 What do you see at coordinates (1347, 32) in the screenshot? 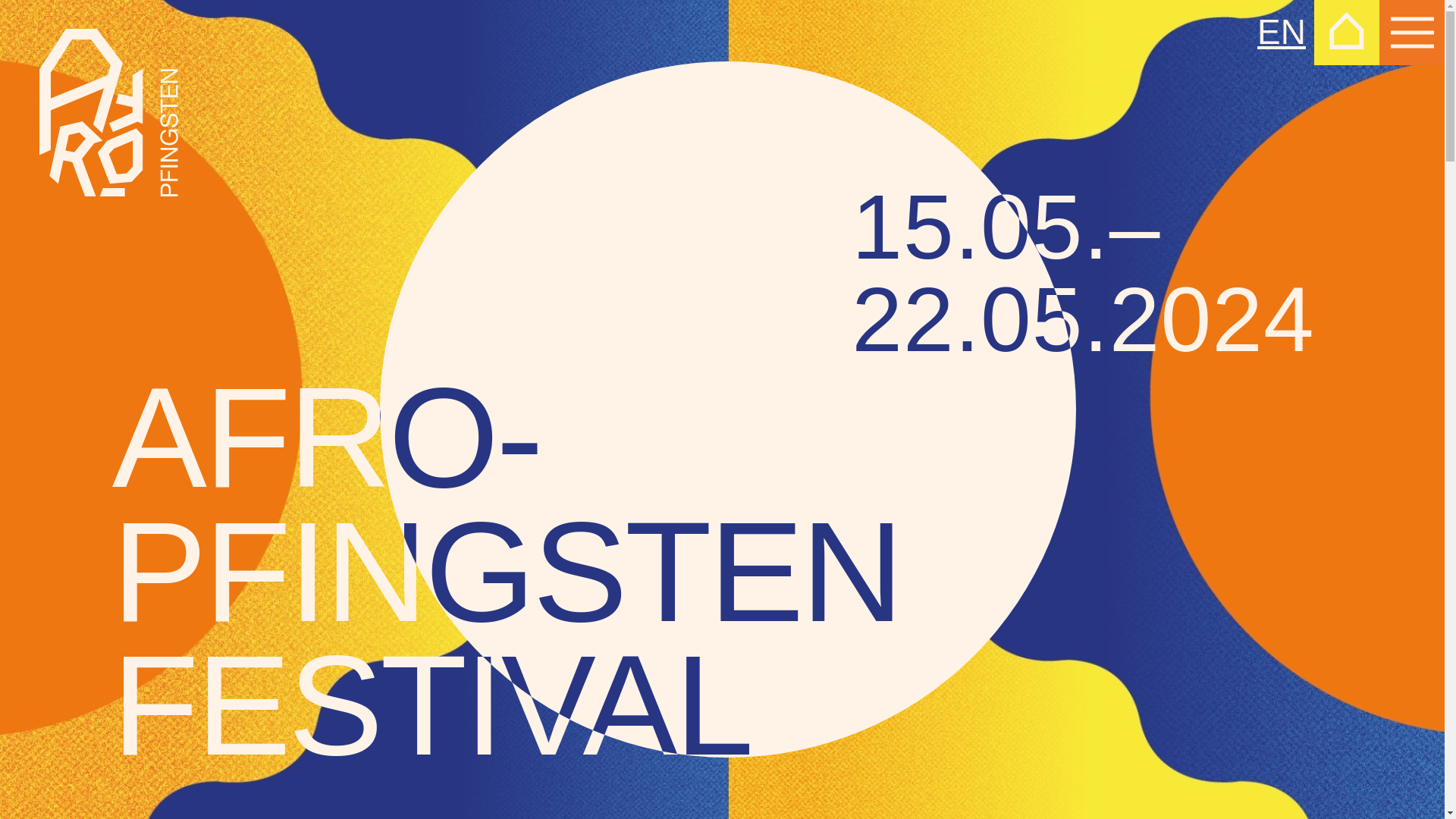
I see `'zur Startseite'` at bounding box center [1347, 32].